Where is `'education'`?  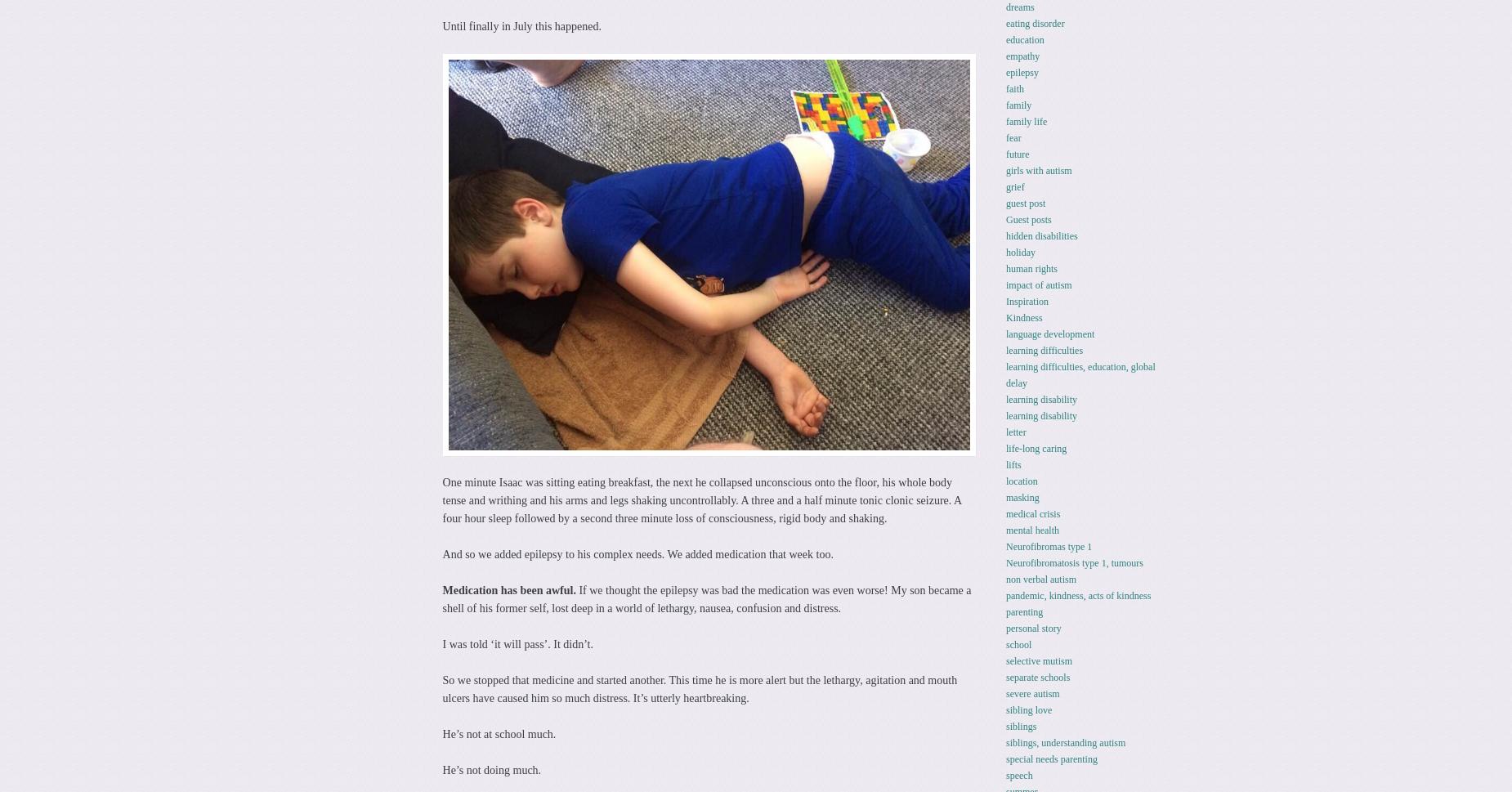
'education' is located at coordinates (1004, 38).